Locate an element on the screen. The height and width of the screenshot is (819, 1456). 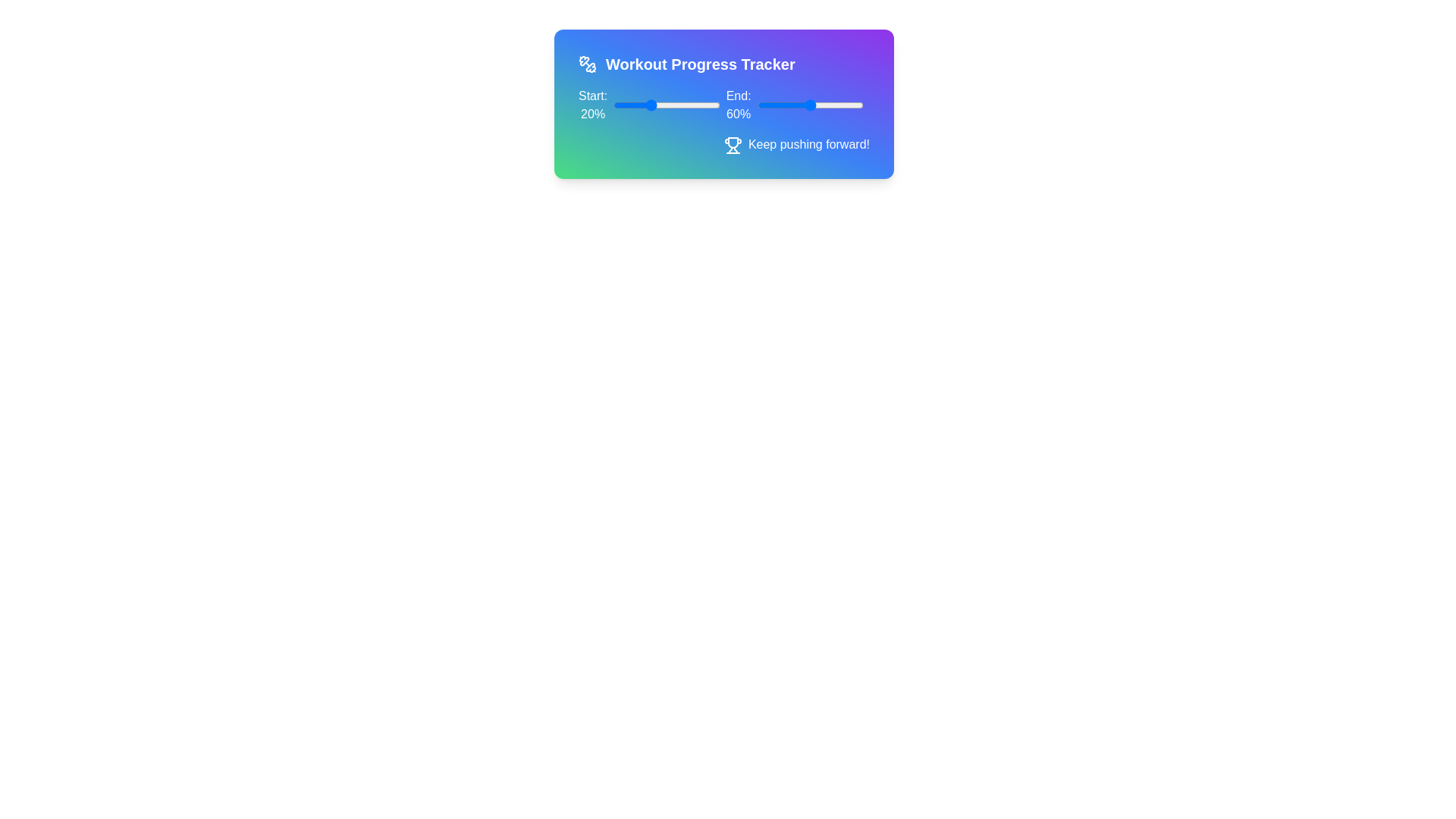
the decorative icon representing progress in the 'Workout Progress Tracker' component is located at coordinates (733, 143).